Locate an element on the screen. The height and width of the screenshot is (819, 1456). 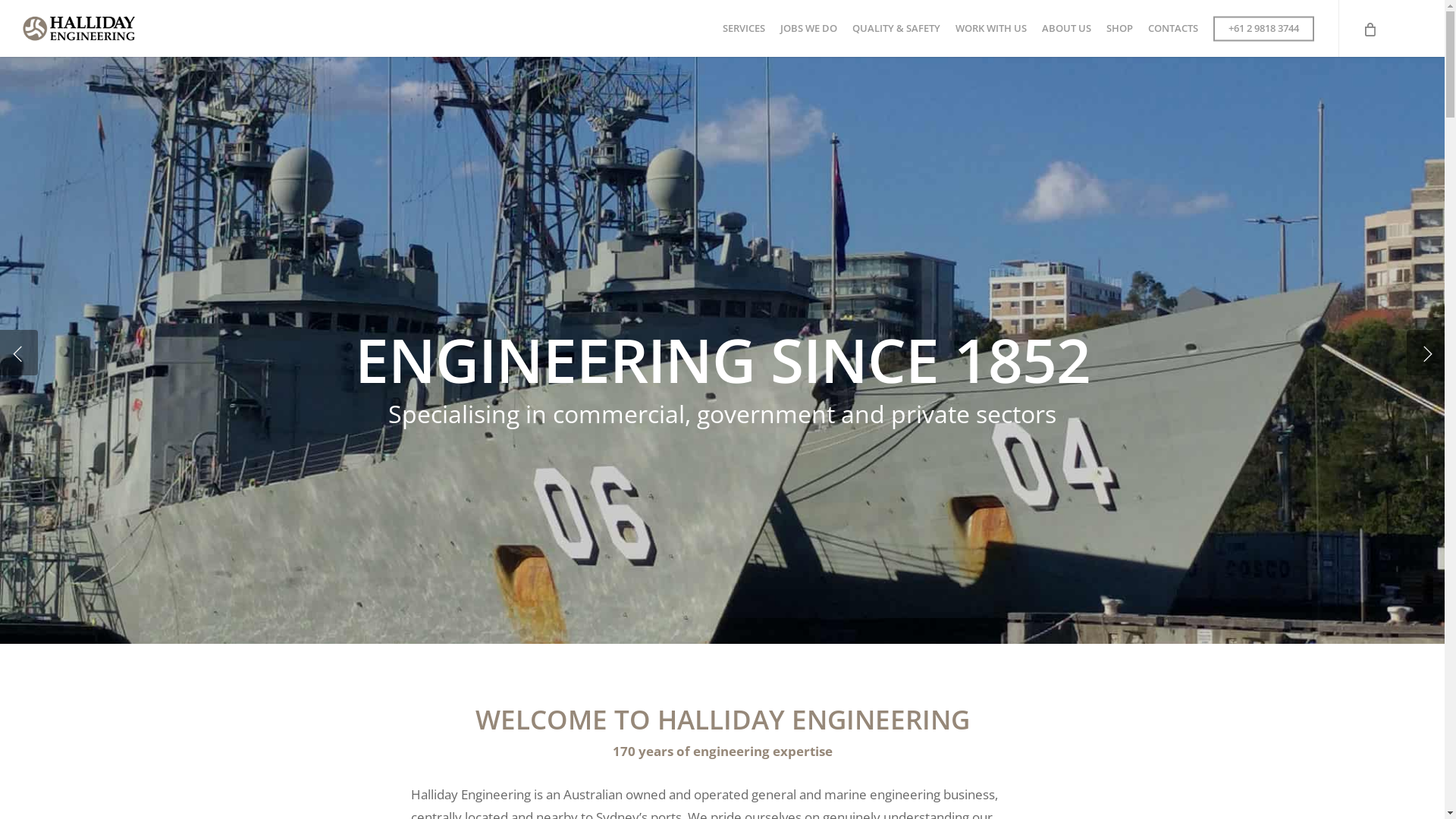
'Menu' is located at coordinates (1415, 8).